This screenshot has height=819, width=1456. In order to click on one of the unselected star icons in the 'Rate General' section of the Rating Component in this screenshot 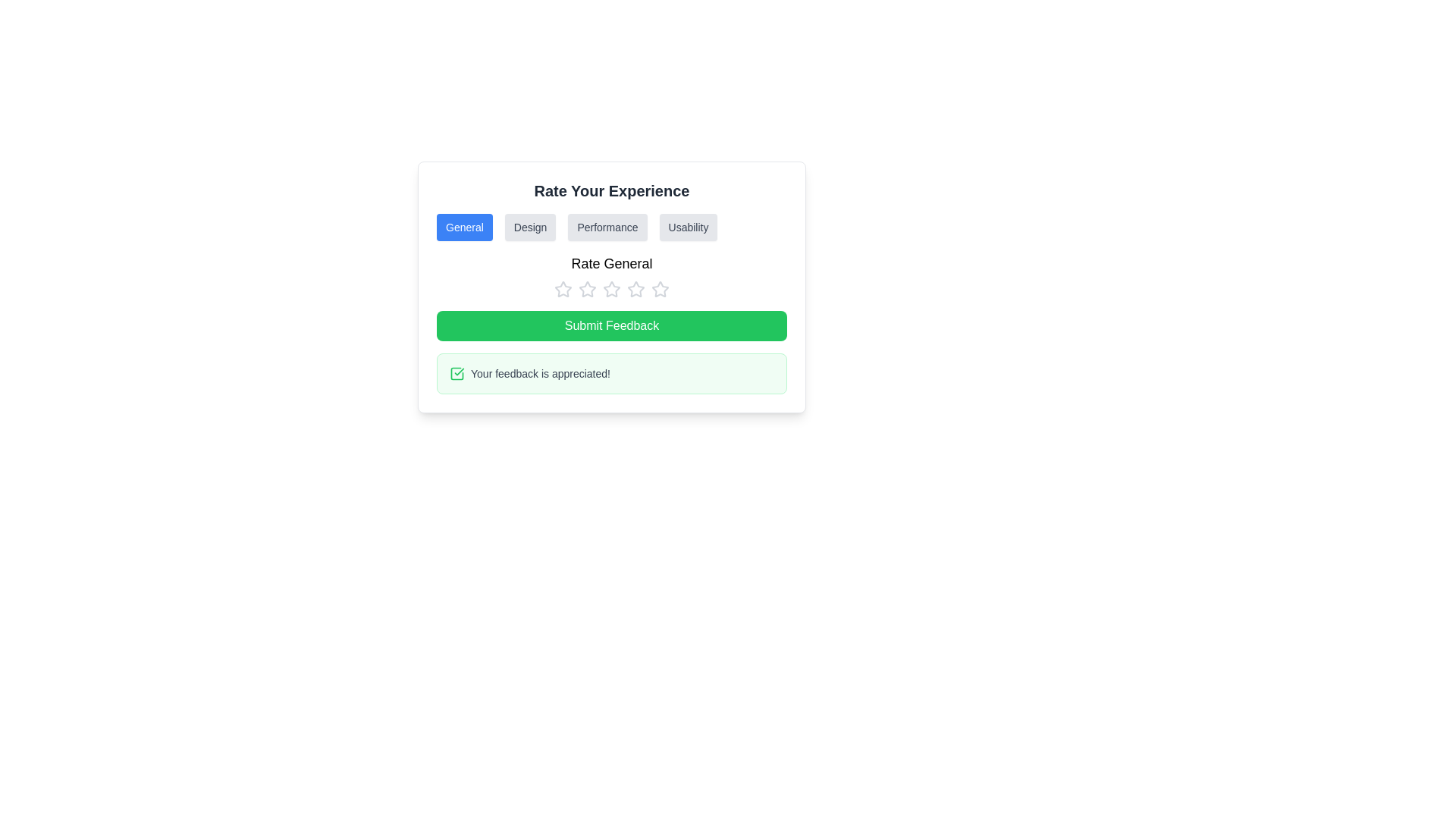, I will do `click(611, 275)`.